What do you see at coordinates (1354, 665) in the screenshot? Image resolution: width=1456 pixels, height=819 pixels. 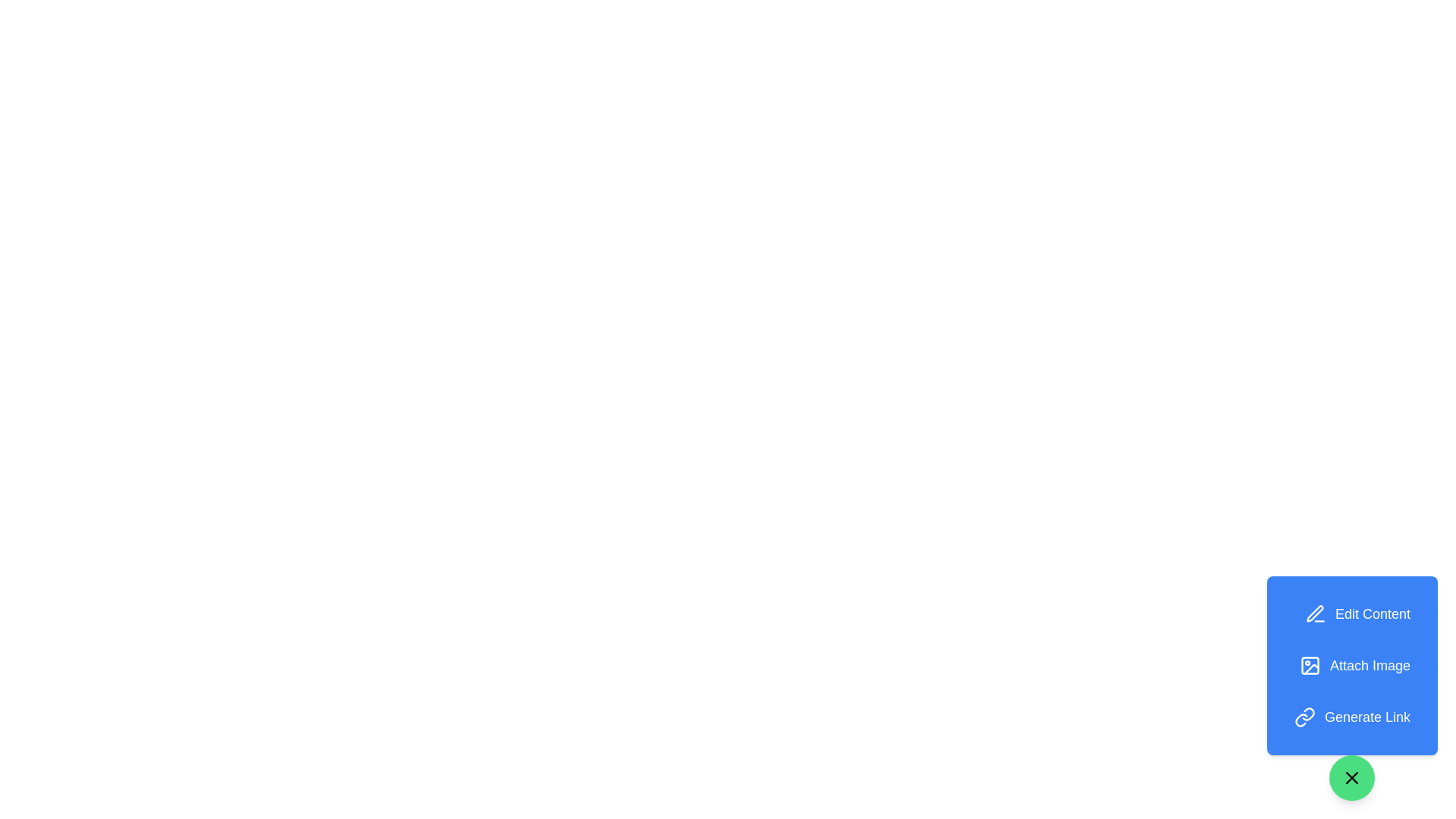 I see `the 'Attach Image' button` at bounding box center [1354, 665].